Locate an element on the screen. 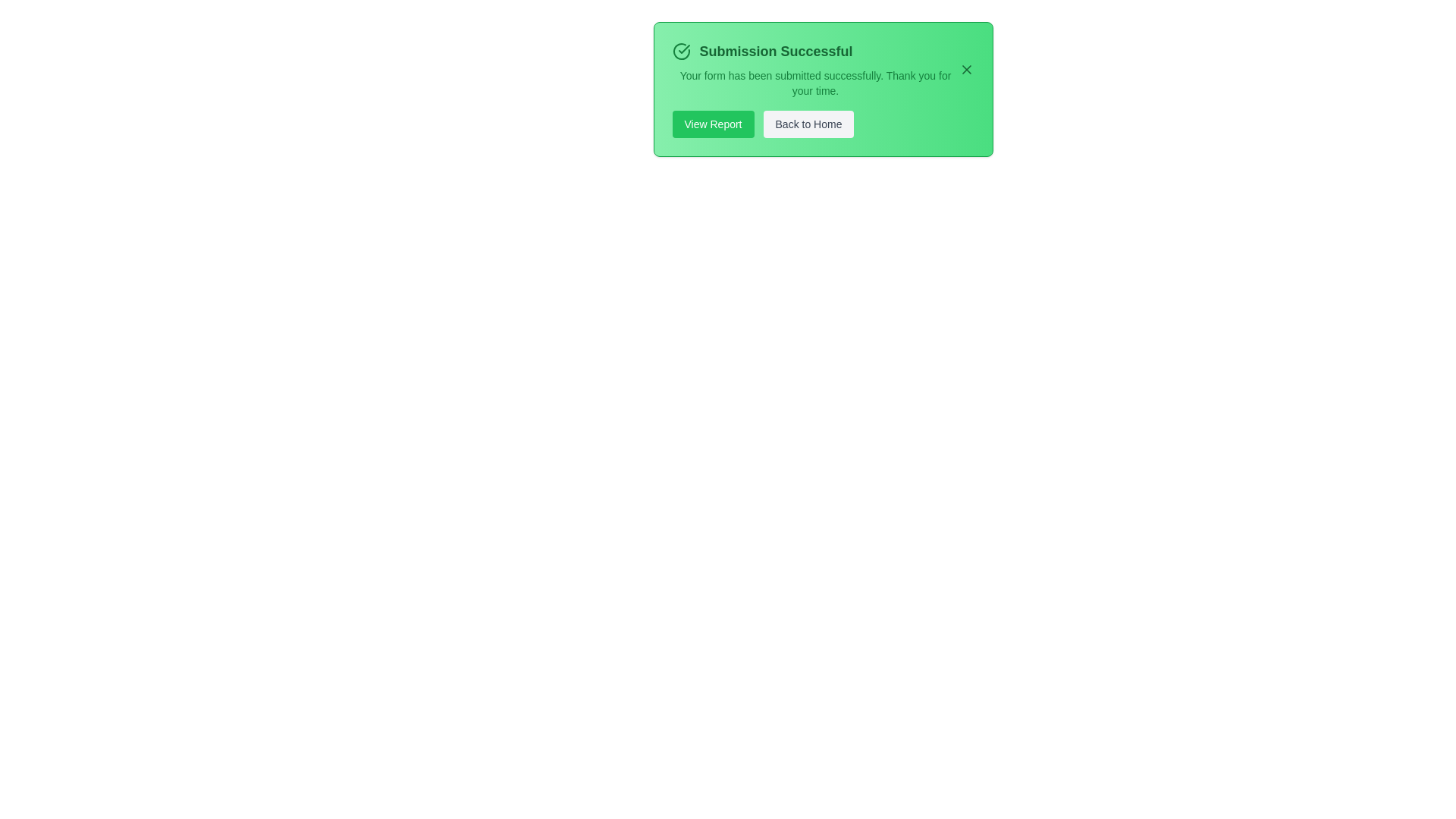  the 'Back to Home' button is located at coordinates (808, 124).